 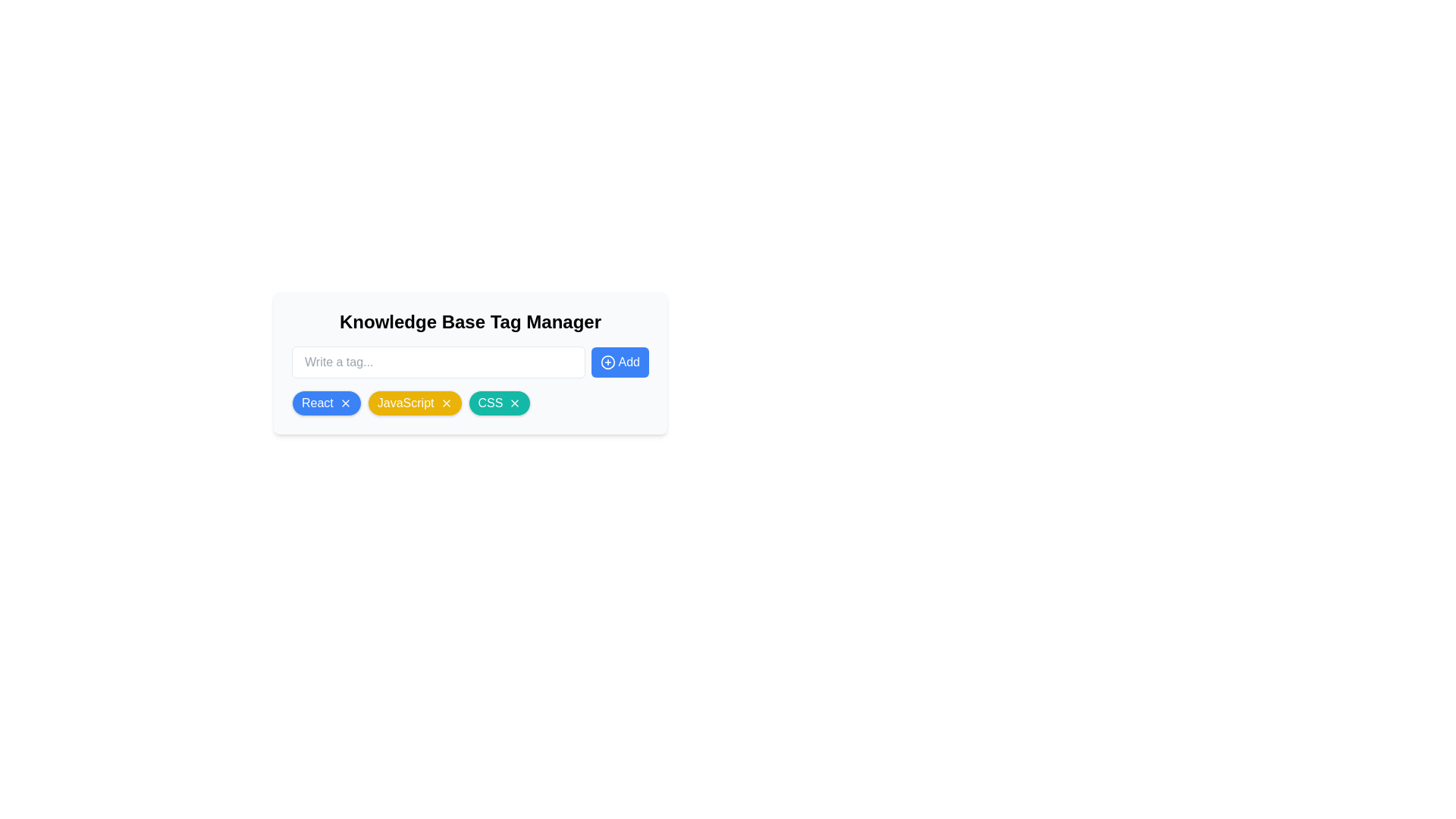 I want to click on the blue rectangular button with rounded corners that has a white plus icon and the text 'Add', so click(x=620, y=362).